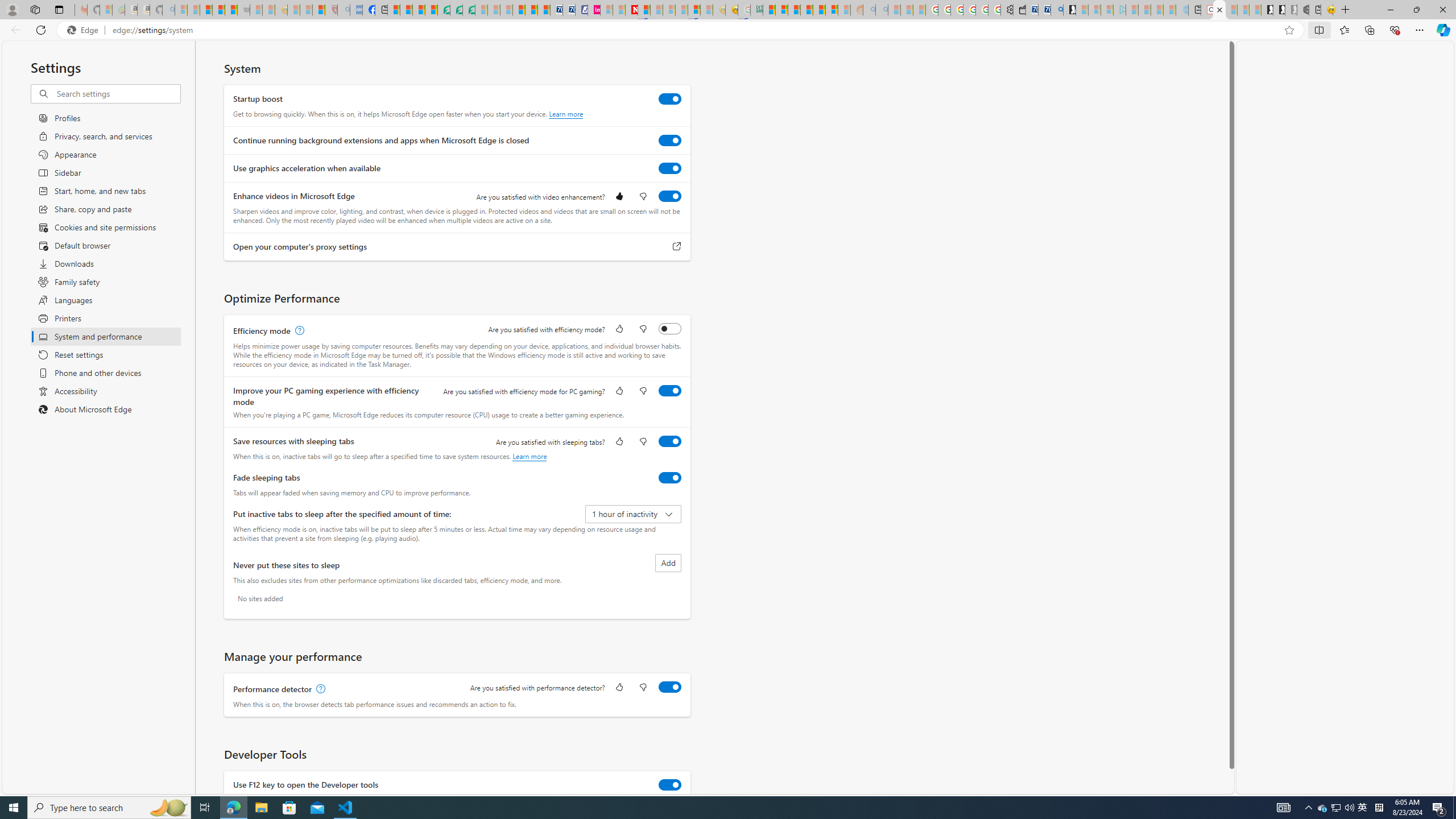  What do you see at coordinates (105, 9) in the screenshot?
I see `'Microsoft-Report a Concern to Bing - Sleeping'` at bounding box center [105, 9].